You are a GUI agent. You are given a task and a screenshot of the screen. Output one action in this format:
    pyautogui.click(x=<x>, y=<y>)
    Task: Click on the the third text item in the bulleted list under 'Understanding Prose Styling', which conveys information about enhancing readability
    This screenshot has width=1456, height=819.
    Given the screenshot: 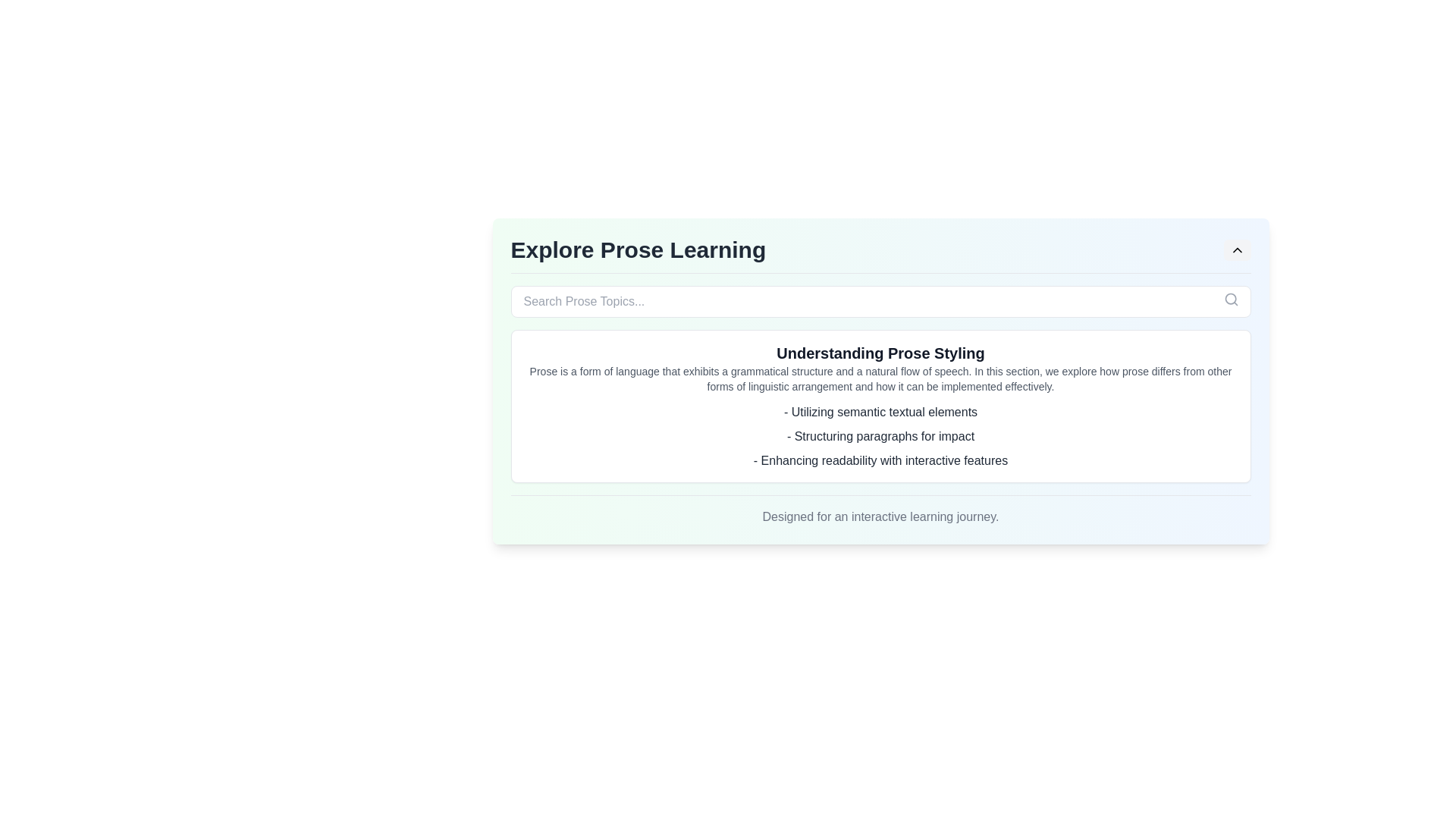 What is the action you would take?
    pyautogui.click(x=880, y=460)
    